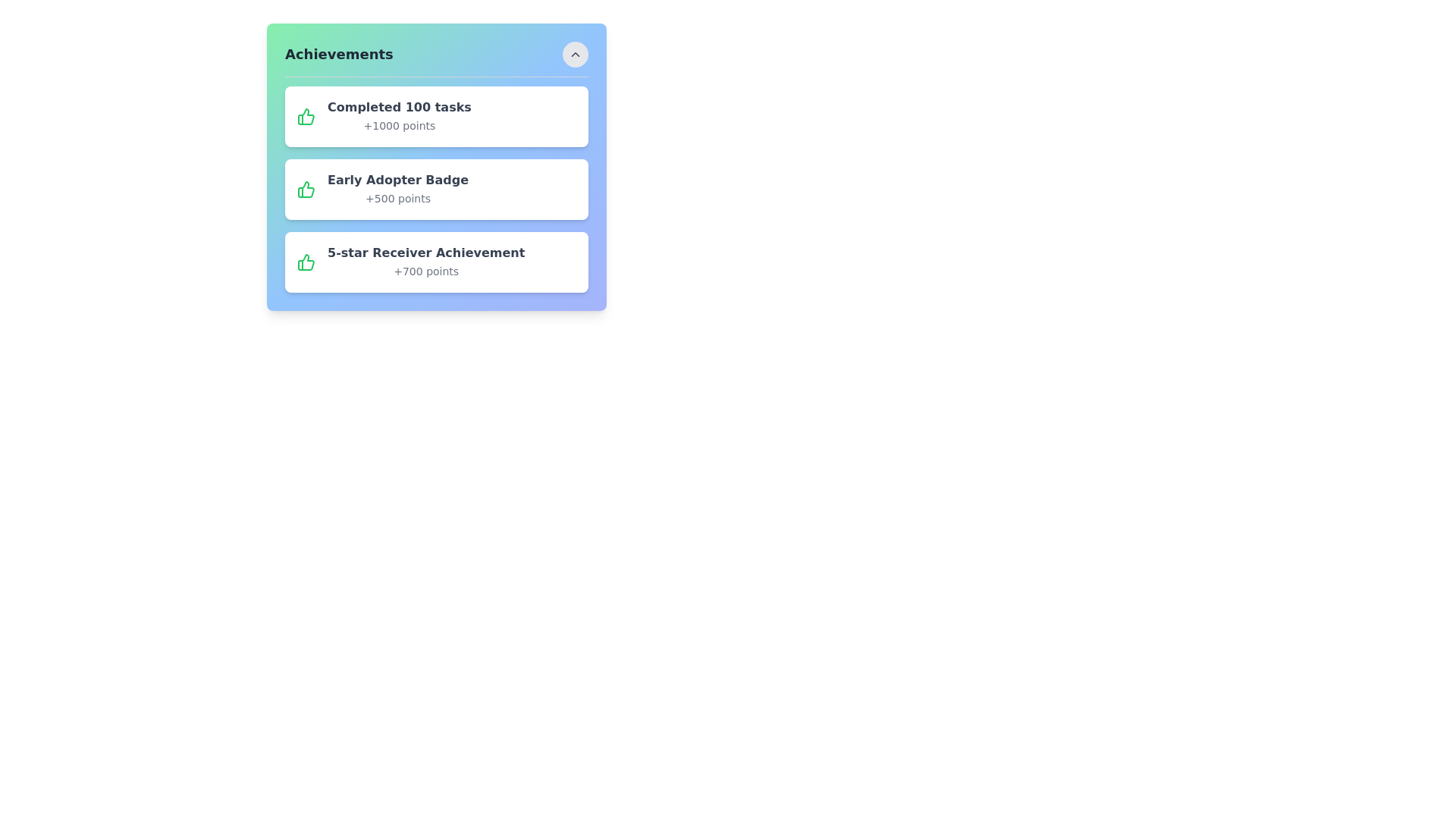  Describe the element at coordinates (305, 262) in the screenshot. I see `the second thumbs-up icon in the achievements panel, which represents the 'Early Adopter Badge.'` at that location.